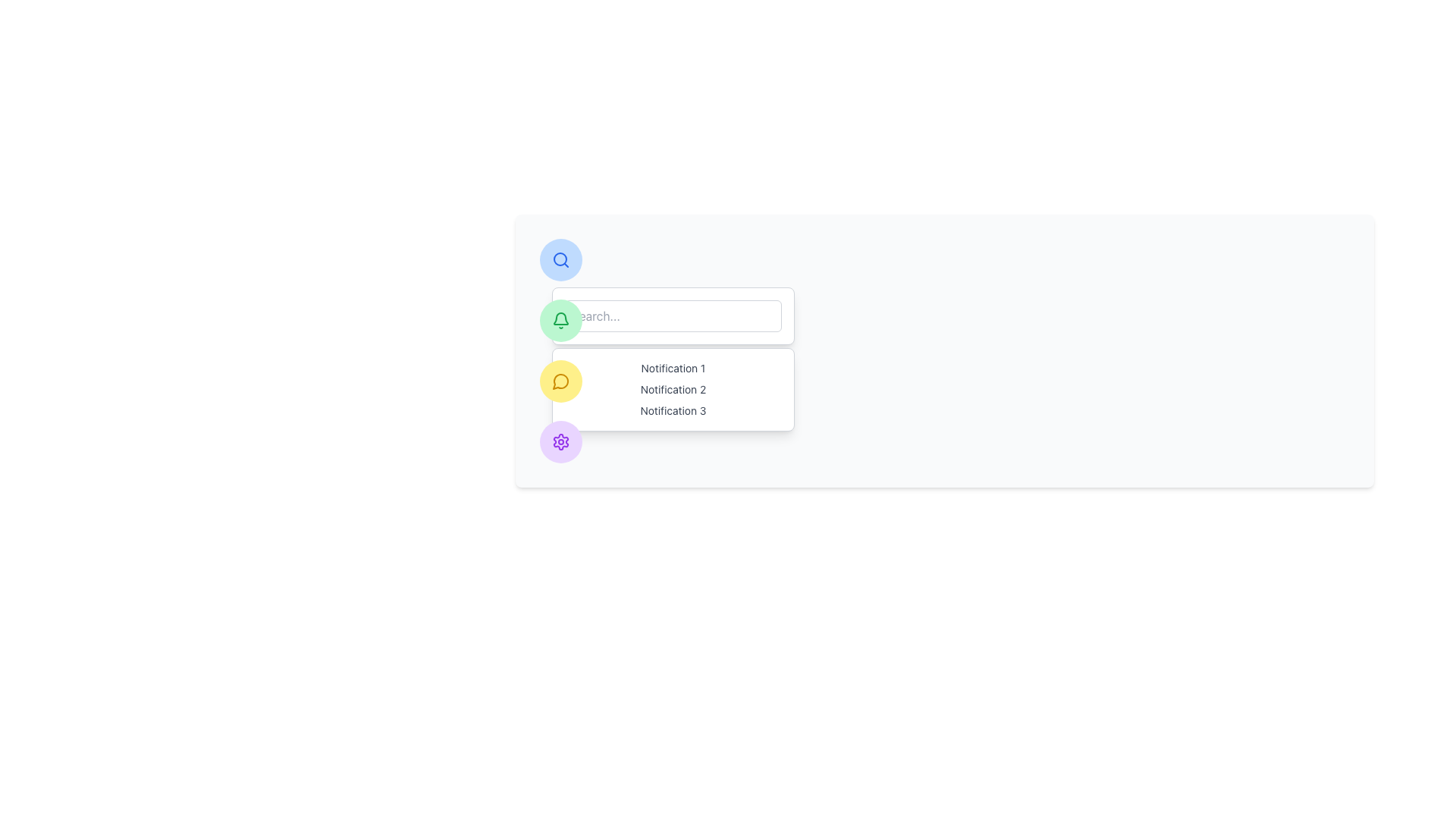 The width and height of the screenshot is (1456, 819). I want to click on the Text Label displaying 'Notification 3', which is the third item in a vertically stacked list of notifications located towards the bottom right section of the interface, so click(673, 411).